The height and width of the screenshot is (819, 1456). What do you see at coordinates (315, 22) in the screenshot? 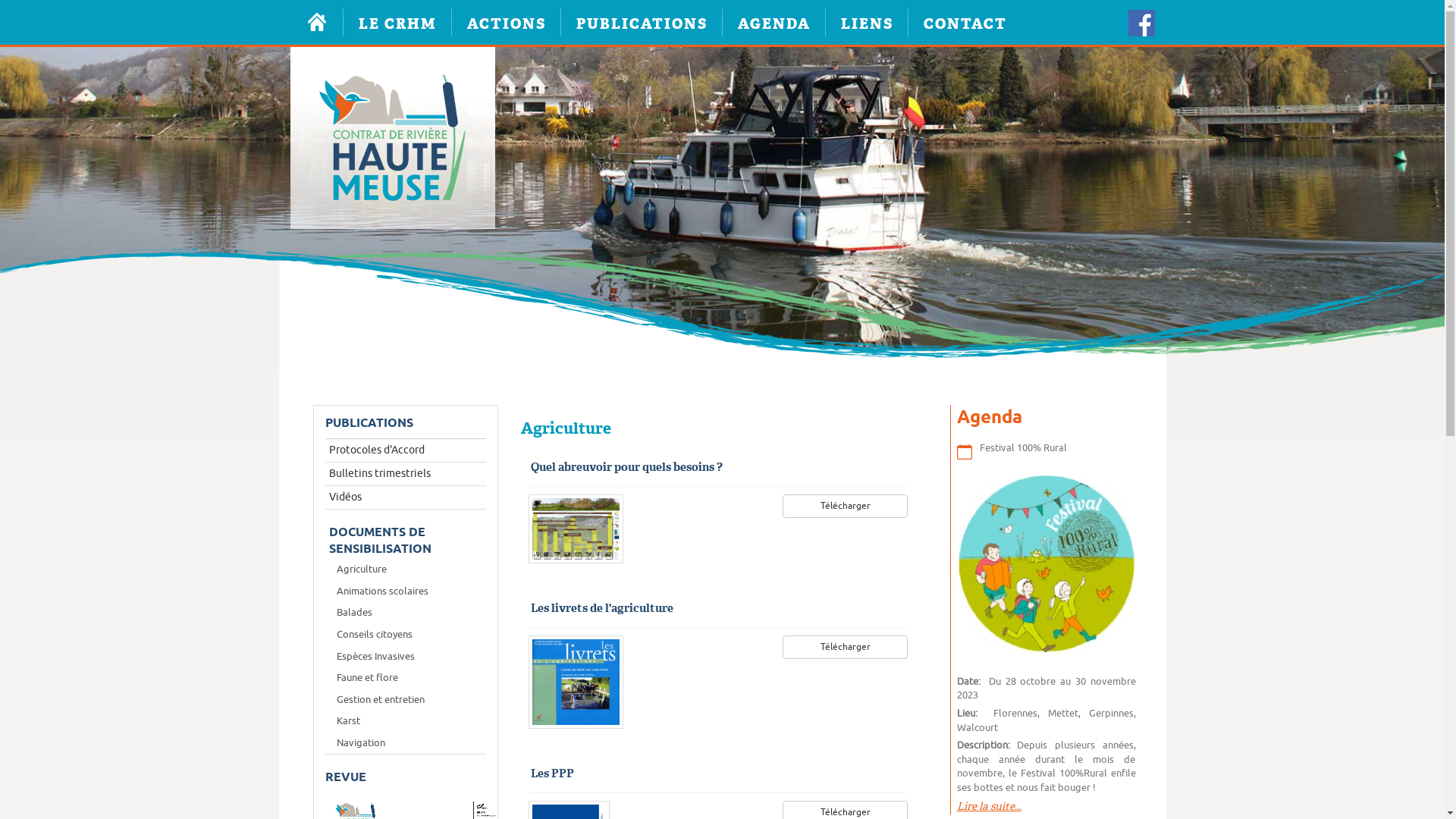
I see `'Accueil'` at bounding box center [315, 22].